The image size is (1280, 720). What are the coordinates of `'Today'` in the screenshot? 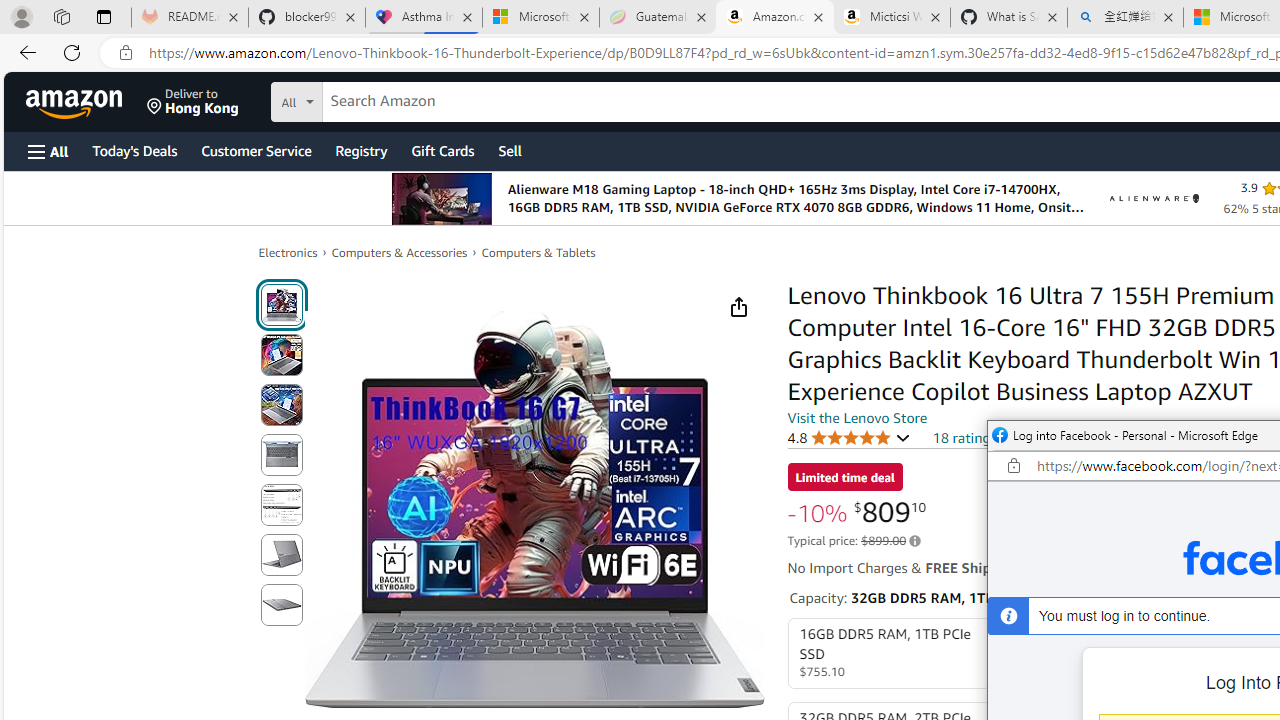 It's located at (133, 149).